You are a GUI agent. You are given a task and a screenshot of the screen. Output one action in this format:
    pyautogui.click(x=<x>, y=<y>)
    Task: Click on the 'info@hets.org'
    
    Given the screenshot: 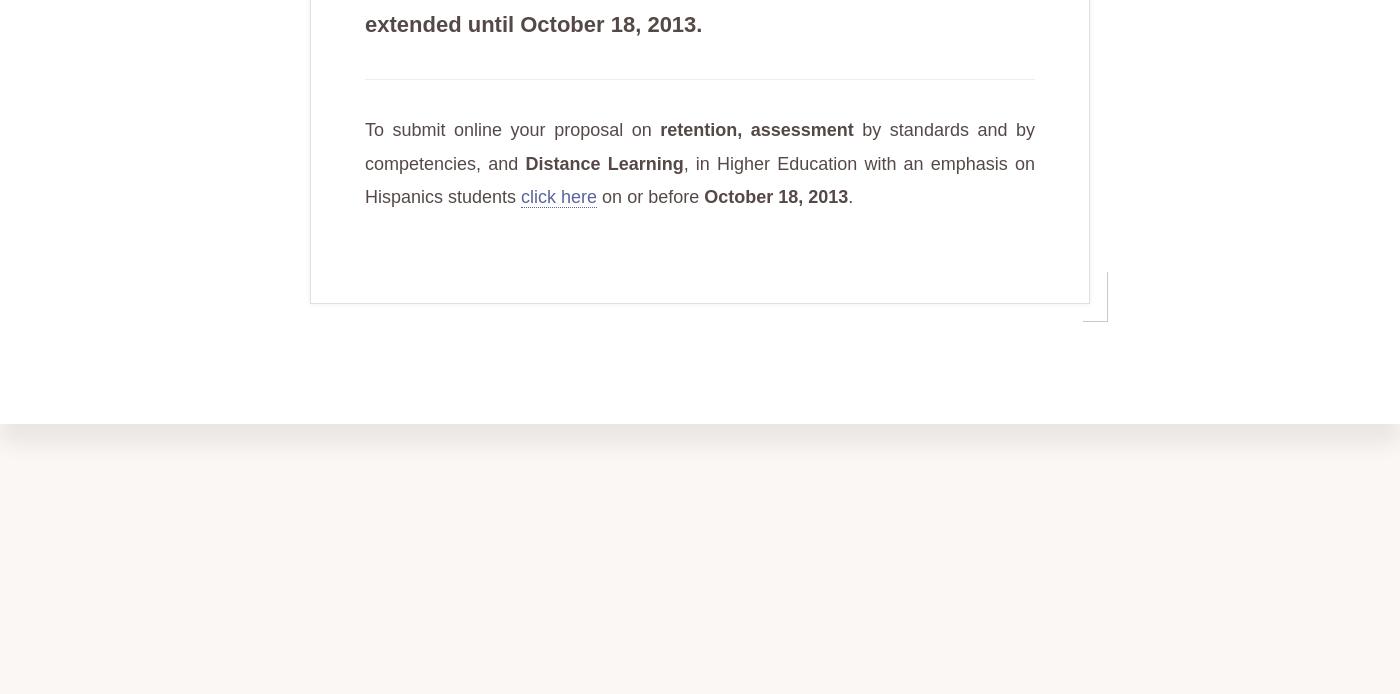 What is the action you would take?
    pyautogui.click(x=1121, y=185)
    